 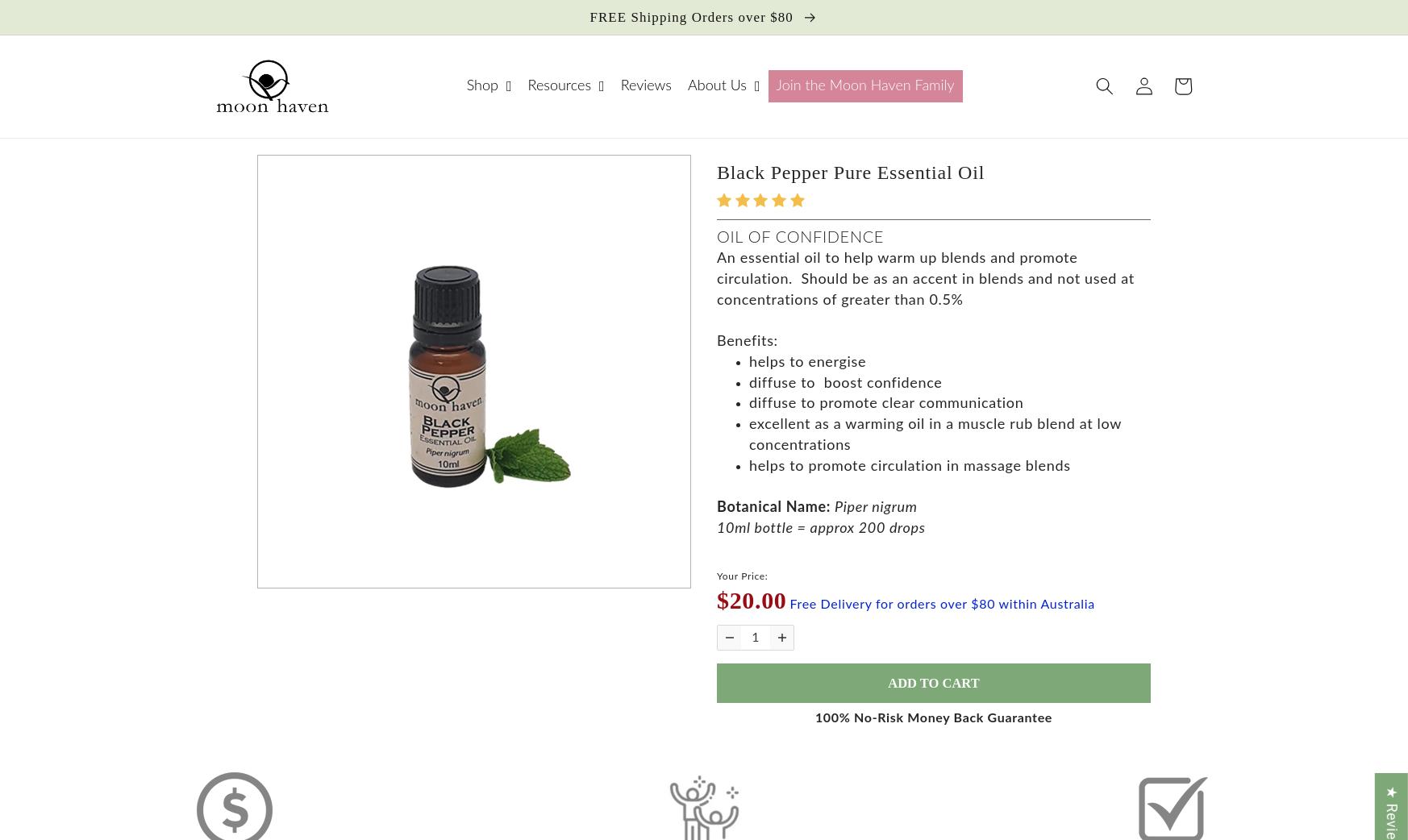 I want to click on 'Skin & Body Care', so click(x=452, y=268).